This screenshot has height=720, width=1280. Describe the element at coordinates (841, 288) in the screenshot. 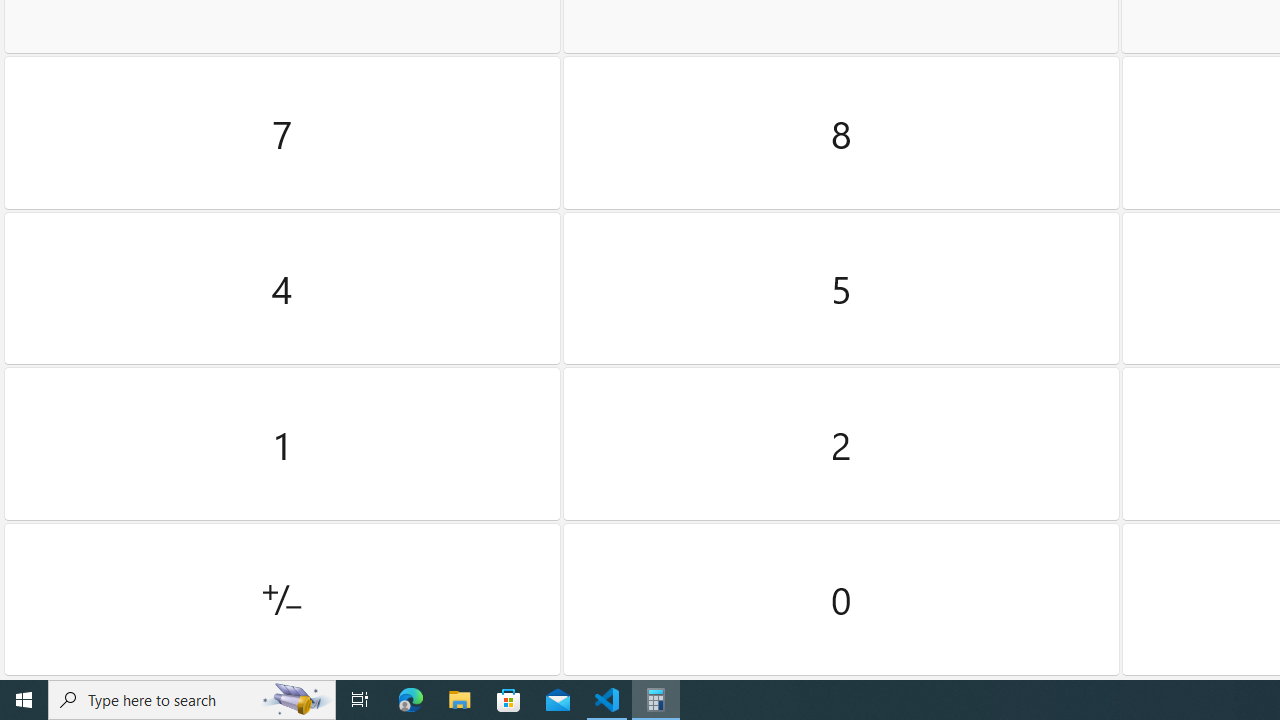

I see `'Five'` at that location.